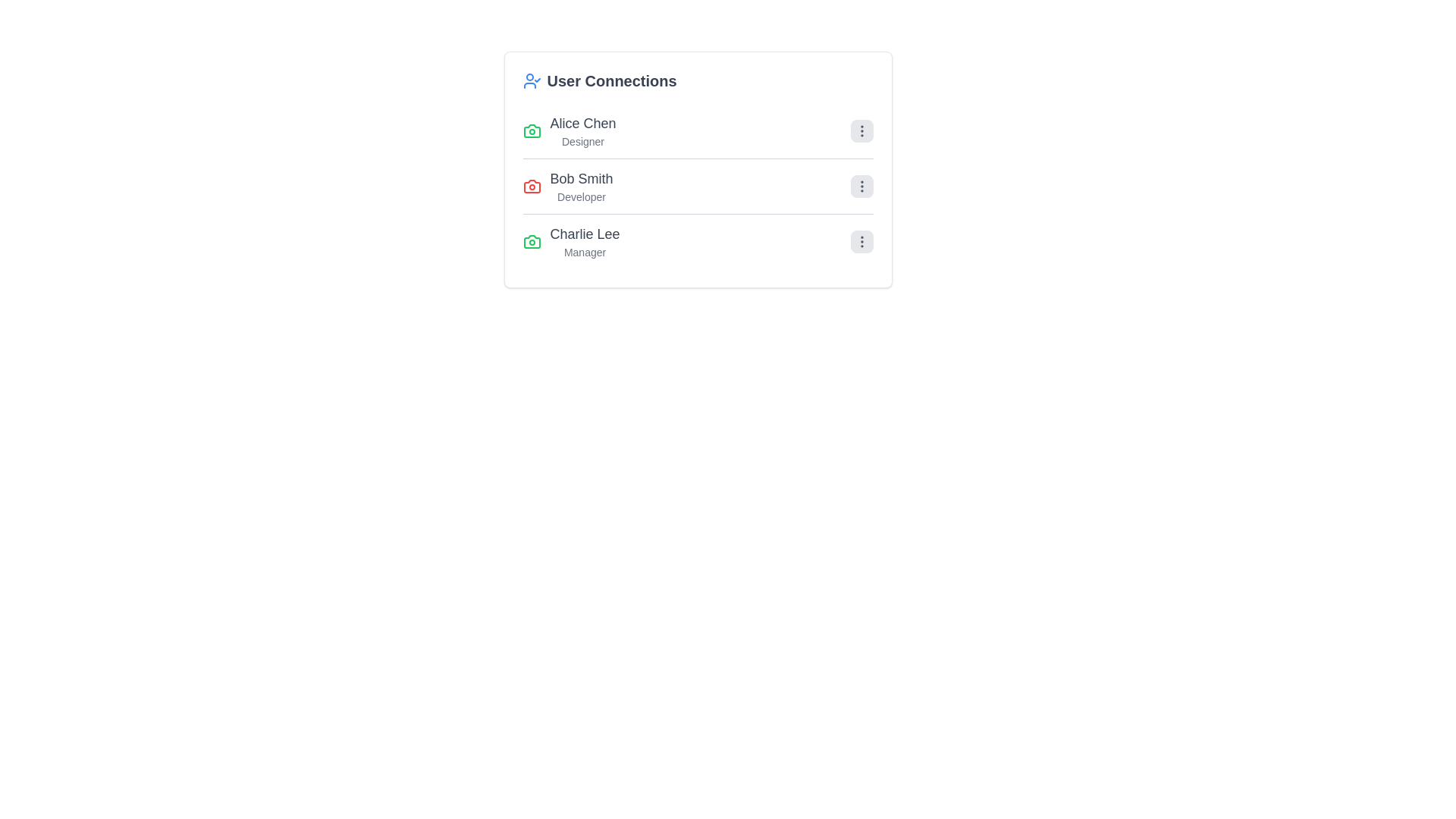 This screenshot has width=1456, height=819. What do you see at coordinates (861, 130) in the screenshot?
I see `the button represented by three vertically aligned dots located on the far right side of the row containing 'Alice Chen Designer' using keyboard navigation and activate it with the Enter key` at bounding box center [861, 130].